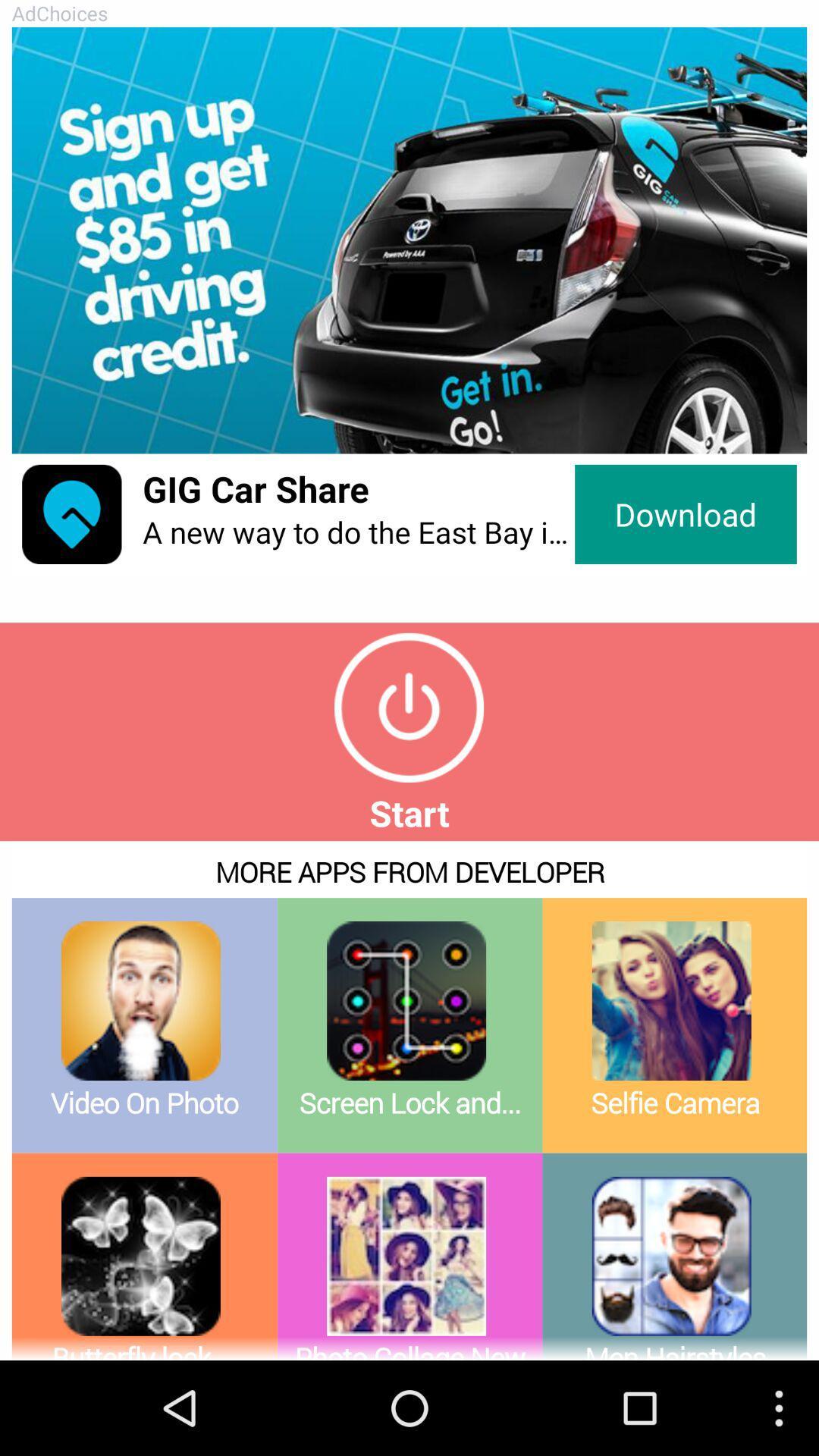 The height and width of the screenshot is (1456, 819). I want to click on view more applications, so click(409, 1100).